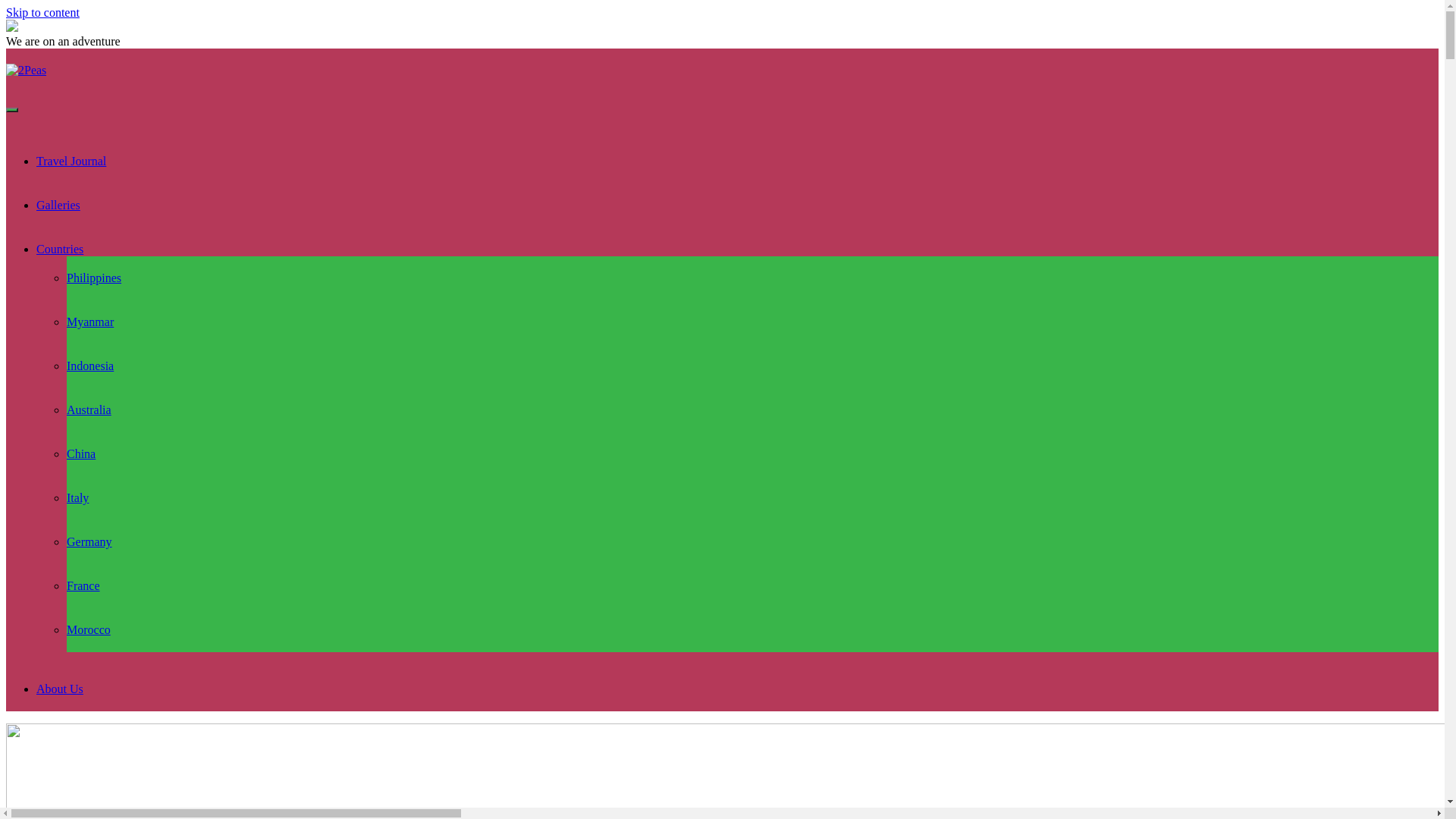 Image resolution: width=1456 pixels, height=819 pixels. I want to click on 'France', so click(65, 585).